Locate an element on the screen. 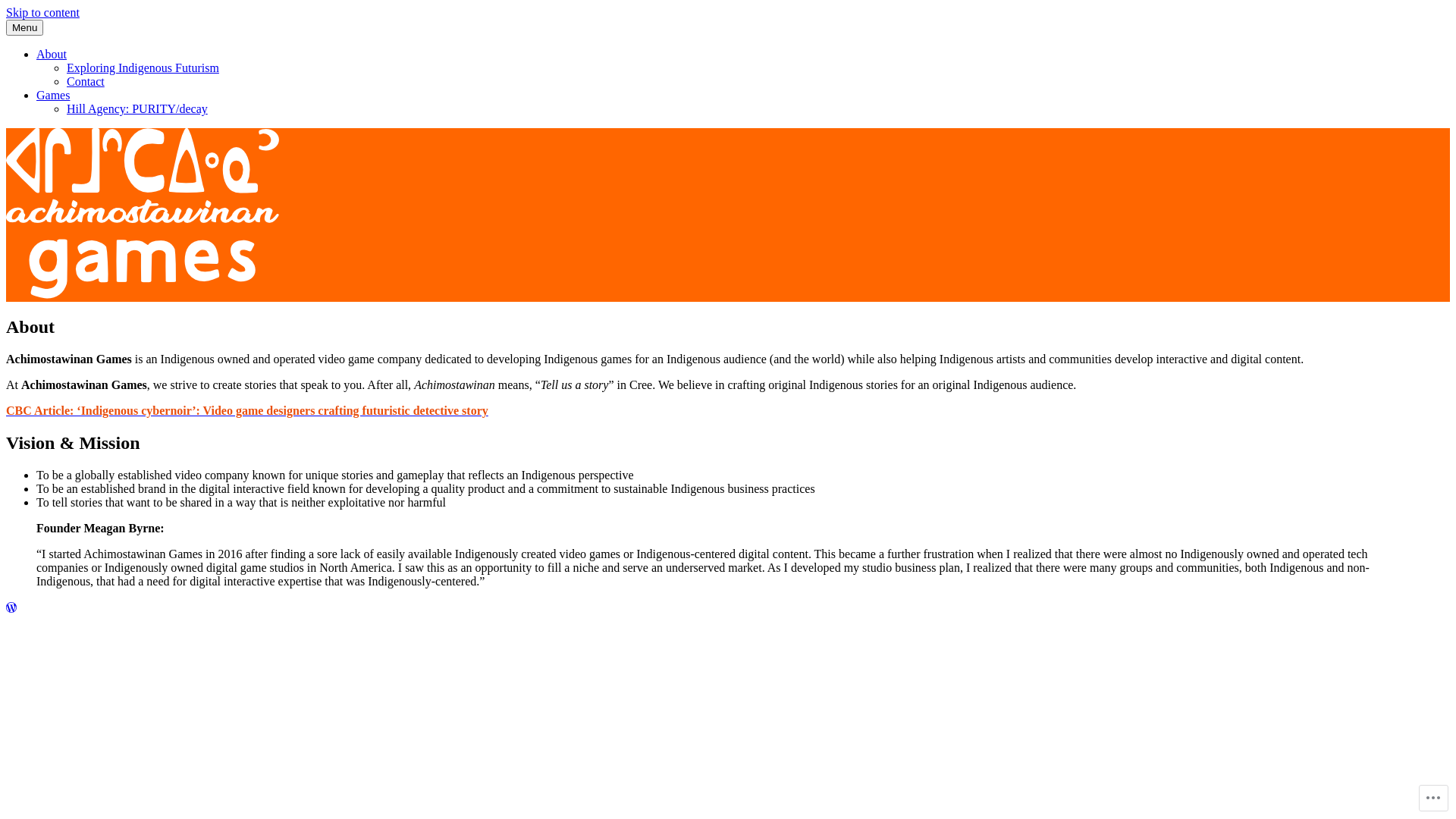 This screenshot has width=1456, height=819. 'Menu' is located at coordinates (6, 27).